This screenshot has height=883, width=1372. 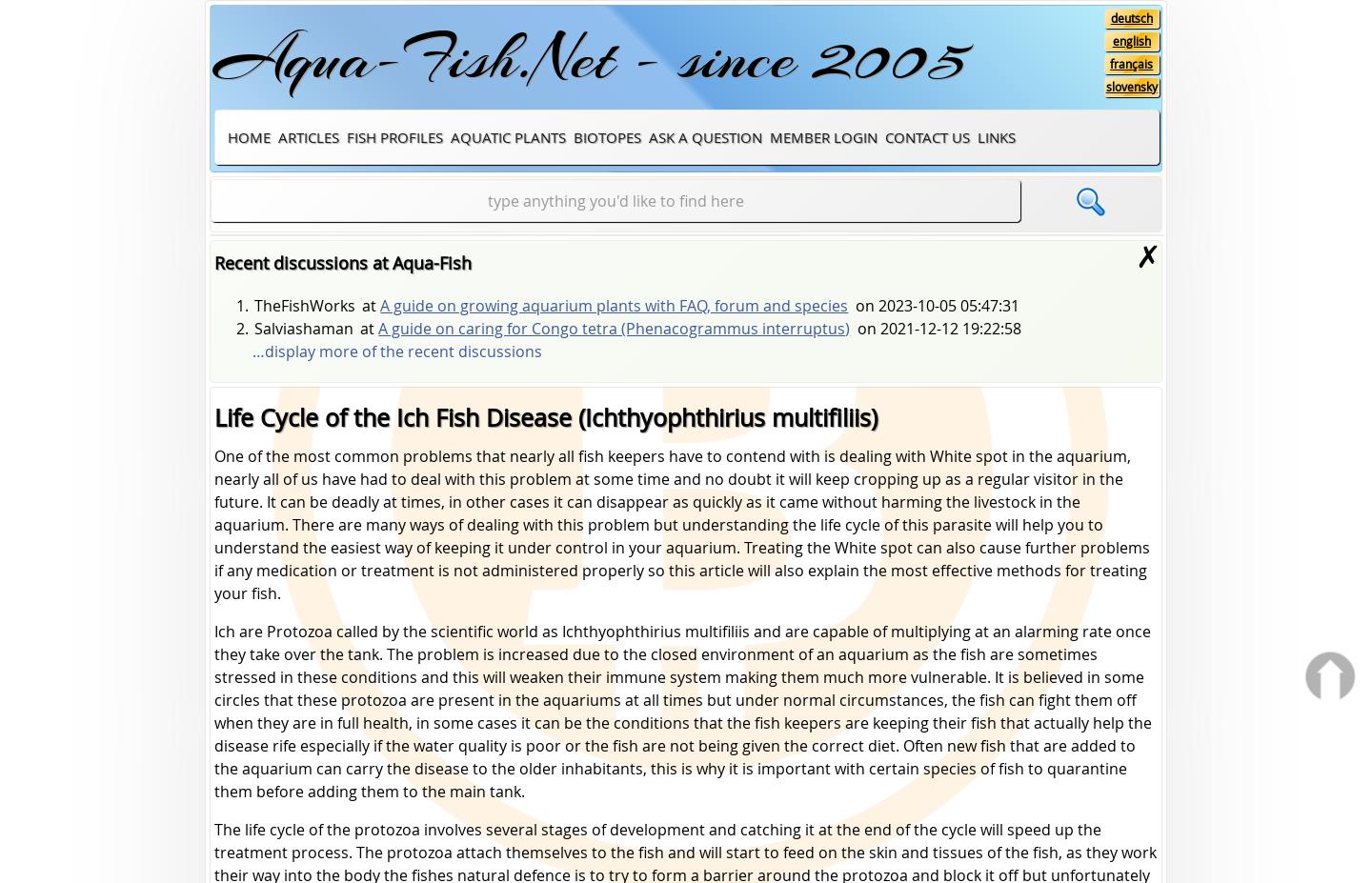 What do you see at coordinates (307, 135) in the screenshot?
I see `'Articles'` at bounding box center [307, 135].